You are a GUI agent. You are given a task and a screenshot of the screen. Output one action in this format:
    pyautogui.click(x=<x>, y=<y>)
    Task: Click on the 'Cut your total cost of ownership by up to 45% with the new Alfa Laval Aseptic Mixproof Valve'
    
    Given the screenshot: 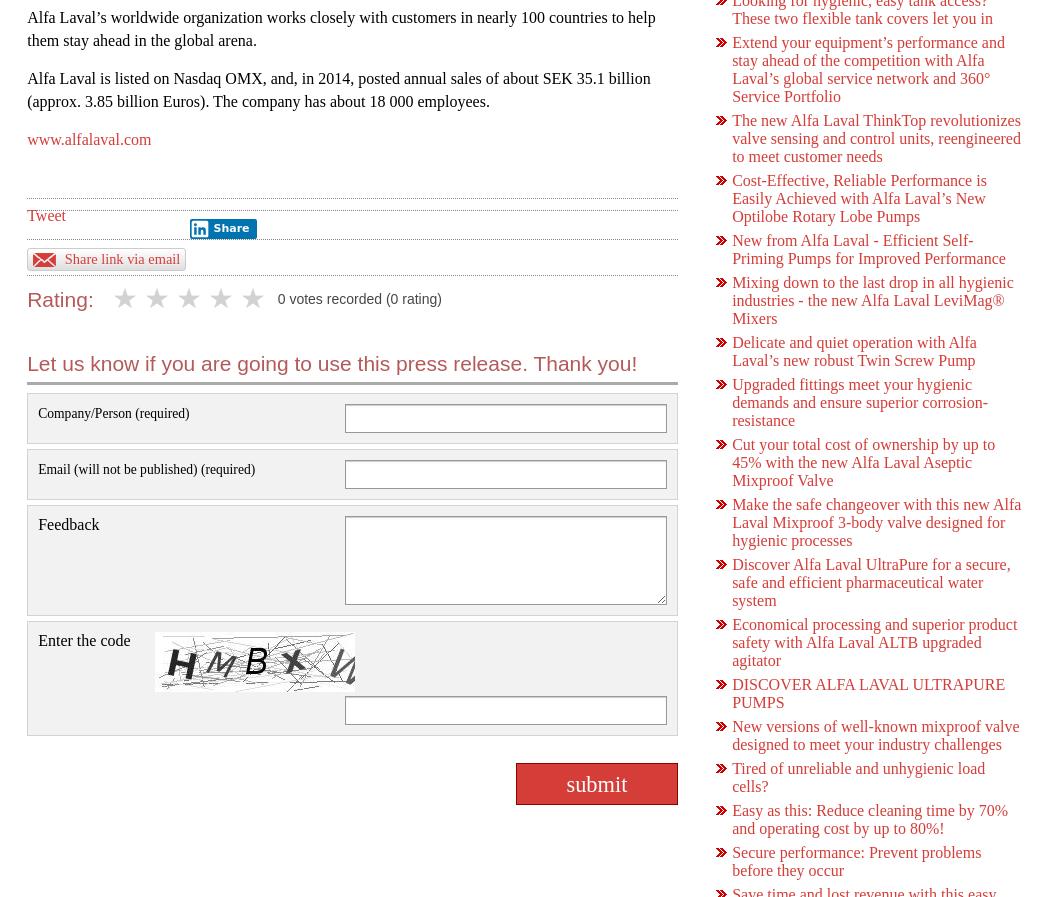 What is the action you would take?
    pyautogui.click(x=730, y=462)
    